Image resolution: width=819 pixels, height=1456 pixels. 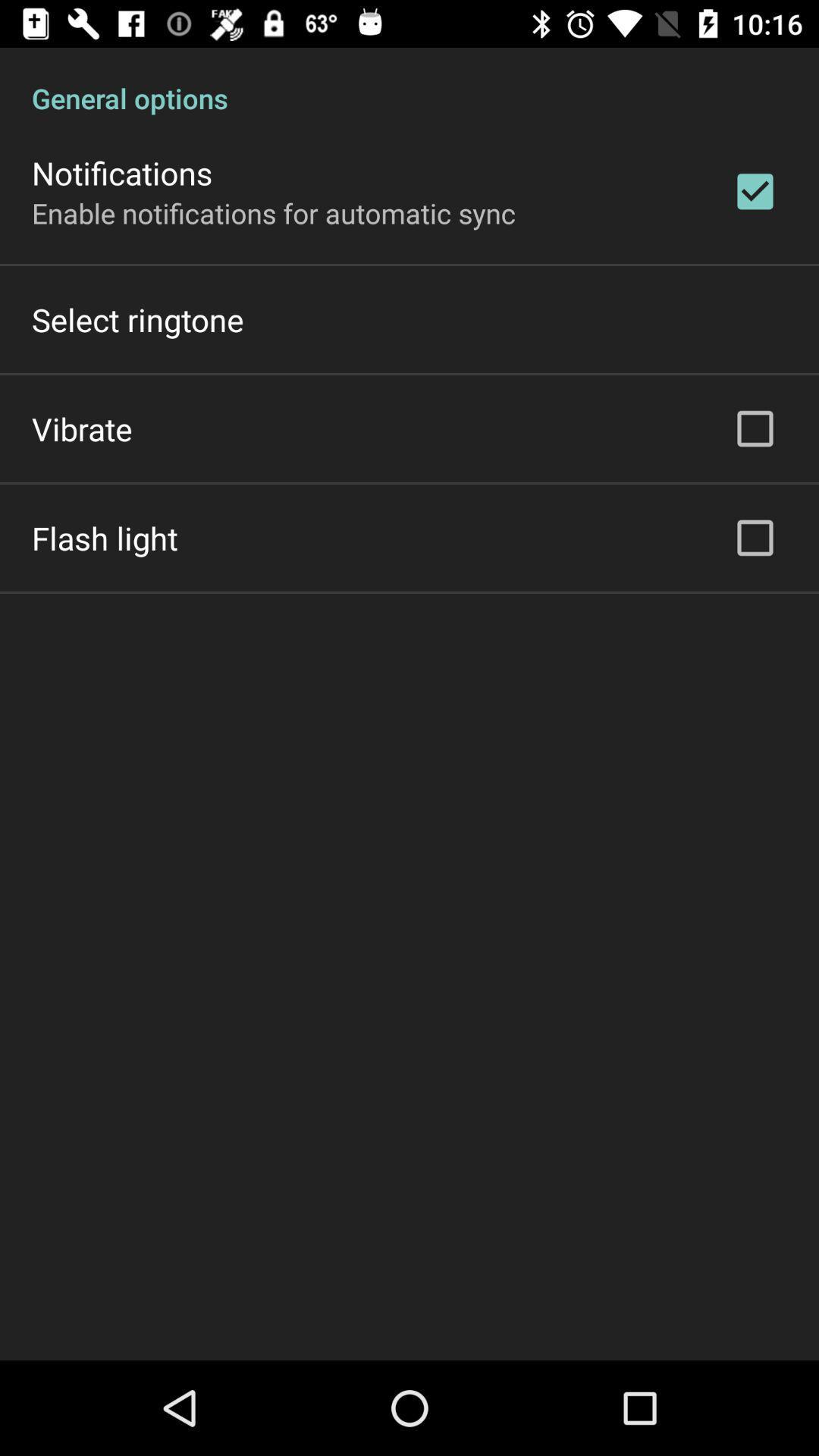 What do you see at coordinates (409, 81) in the screenshot?
I see `icon above the notifications` at bounding box center [409, 81].